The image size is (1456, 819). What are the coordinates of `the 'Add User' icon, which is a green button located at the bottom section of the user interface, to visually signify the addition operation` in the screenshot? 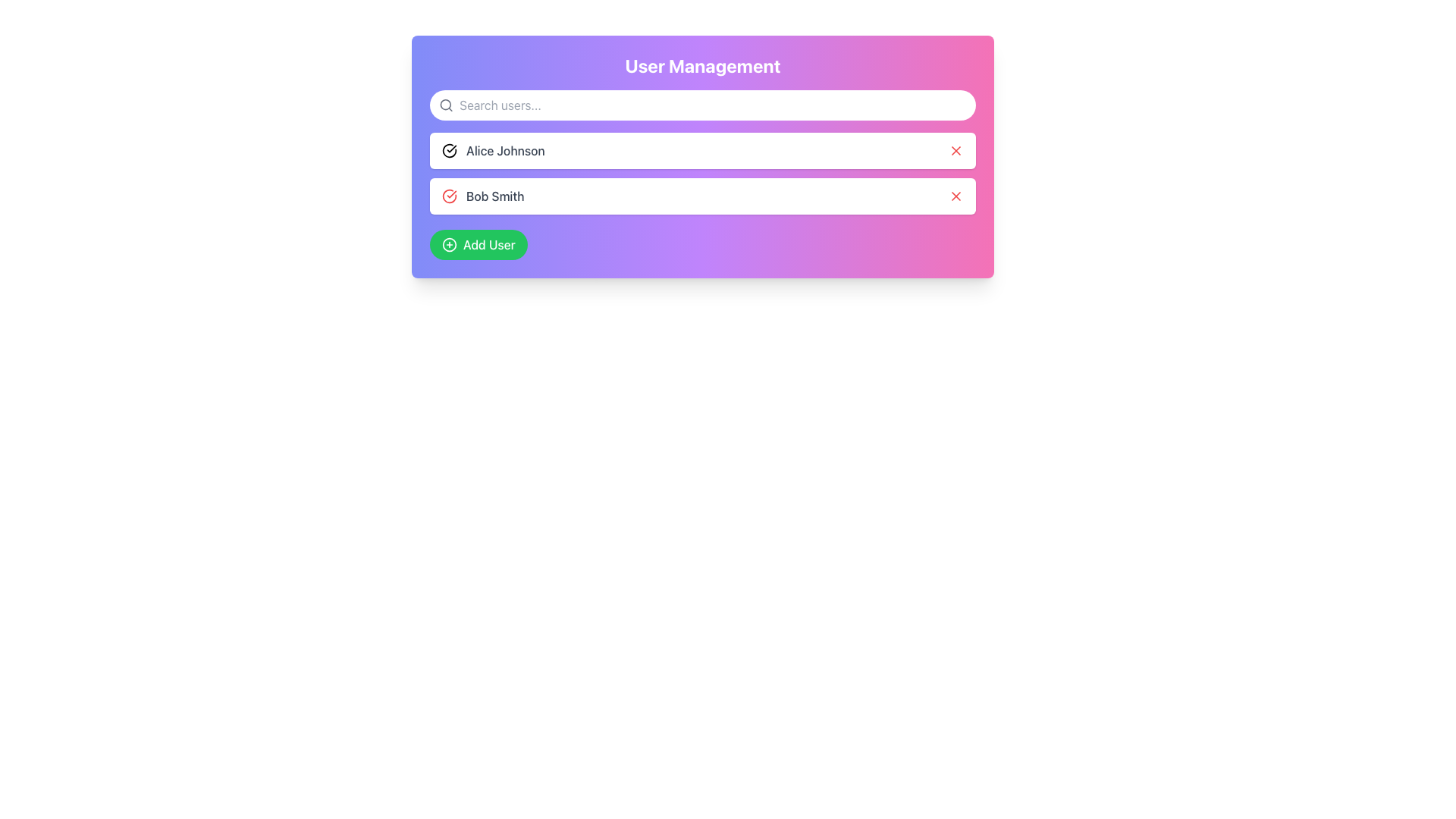 It's located at (449, 244).